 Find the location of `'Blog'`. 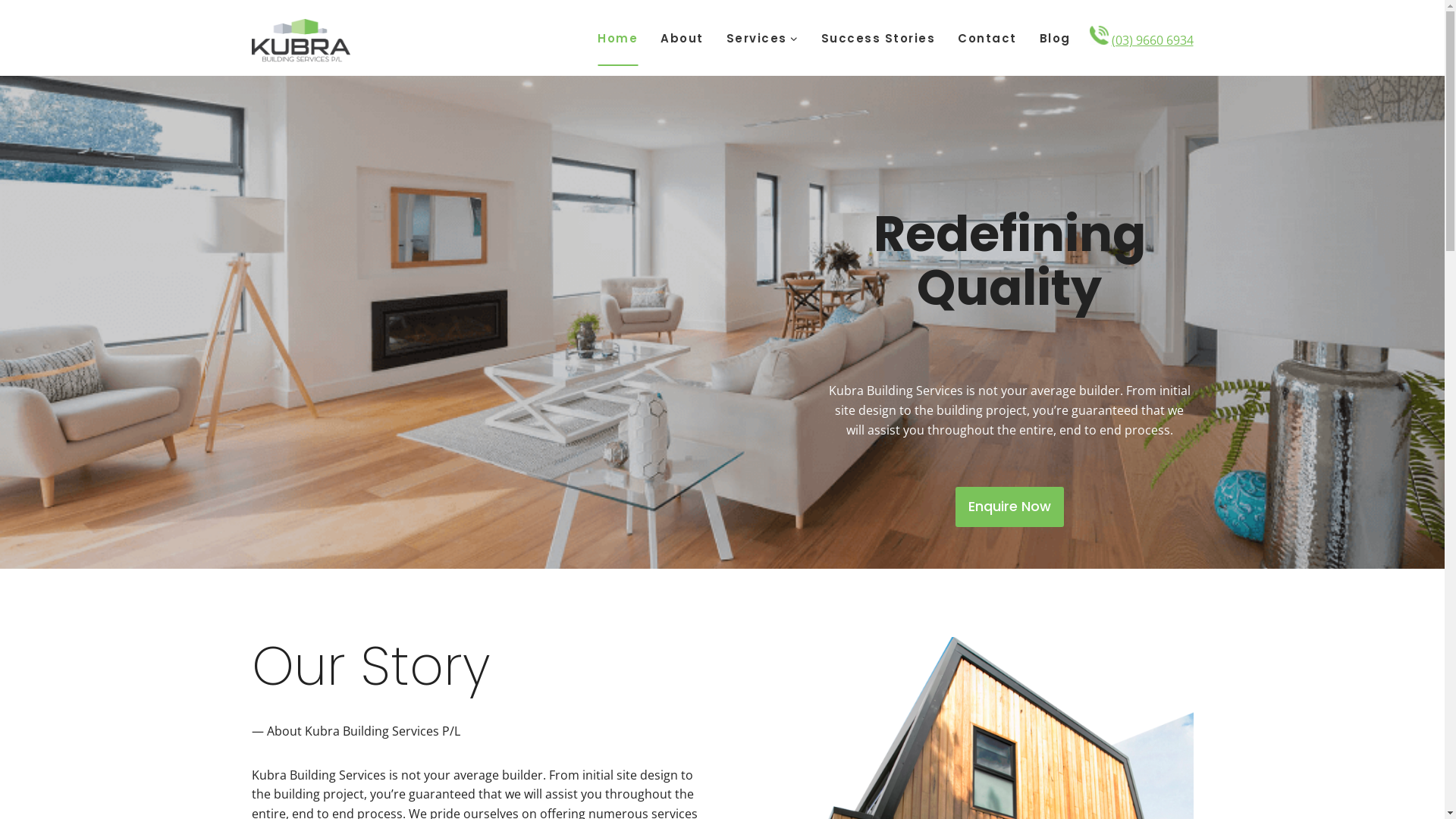

'Blog' is located at coordinates (1028, 37).